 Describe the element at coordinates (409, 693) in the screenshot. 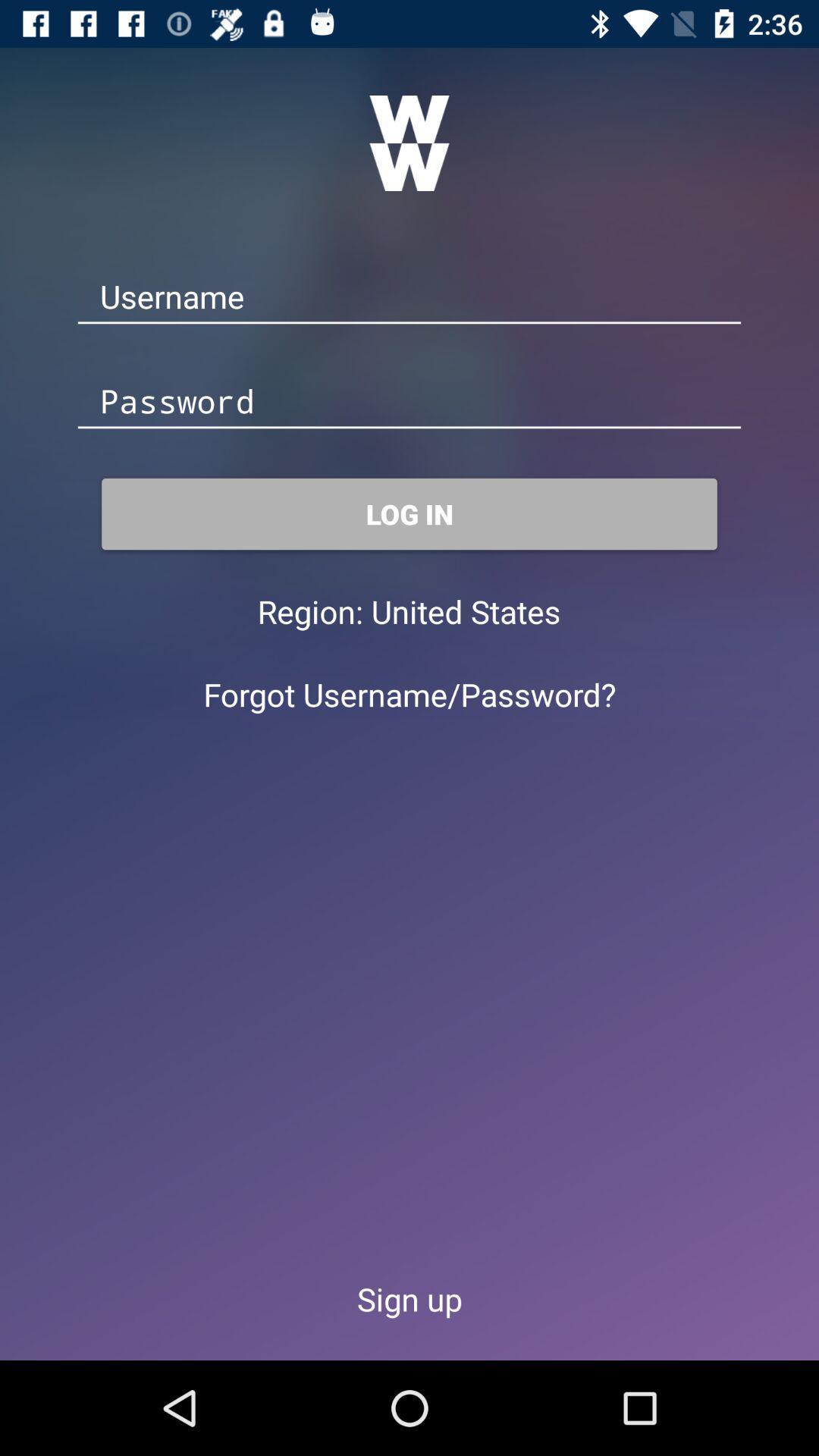

I see `forgot username/password?` at that location.